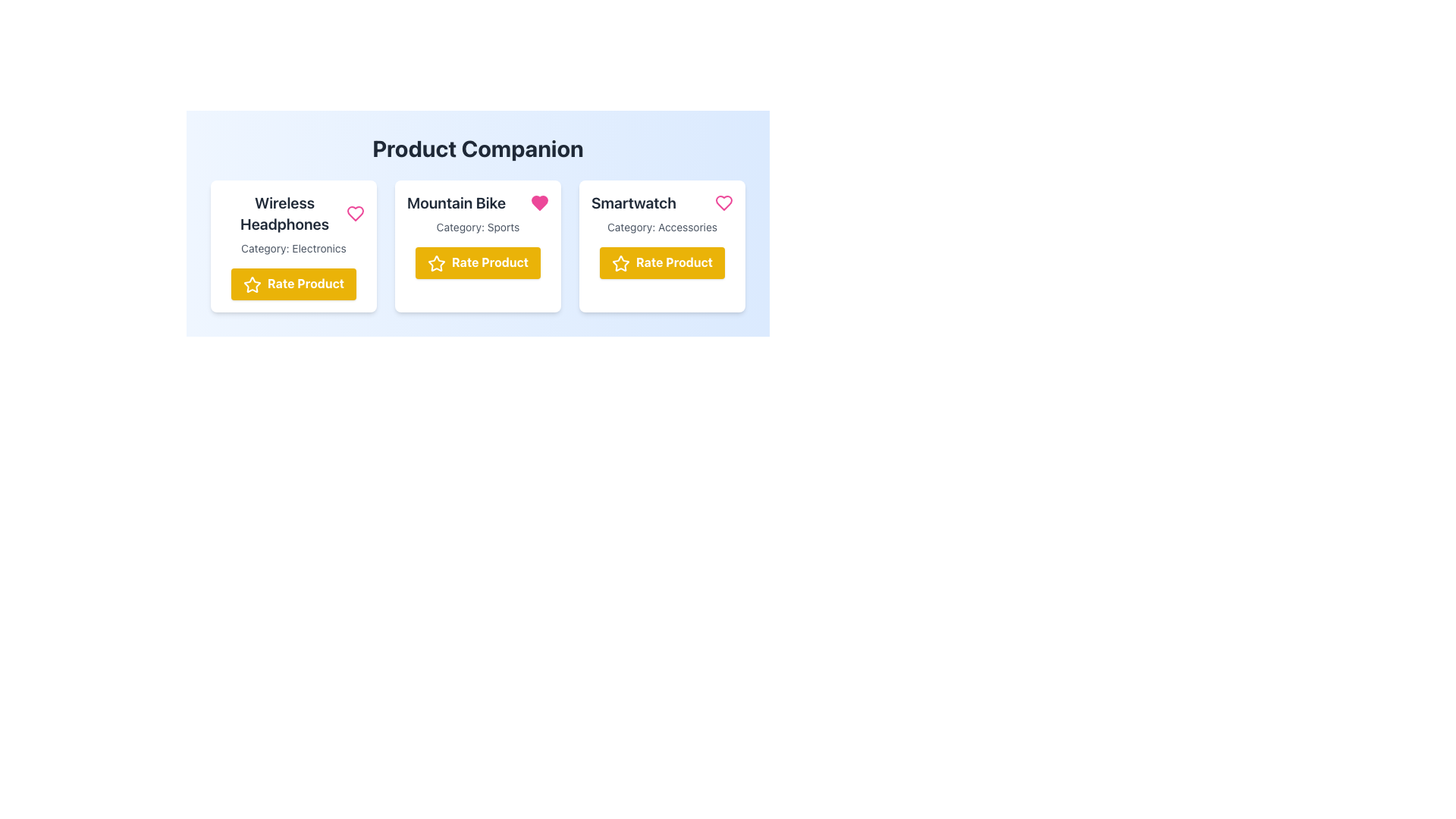 This screenshot has height=819, width=1456. Describe the element at coordinates (284, 213) in the screenshot. I see `the text label identifying the product 'Wireless Headphones', which is located at the top-left card in a row of three cards` at that location.